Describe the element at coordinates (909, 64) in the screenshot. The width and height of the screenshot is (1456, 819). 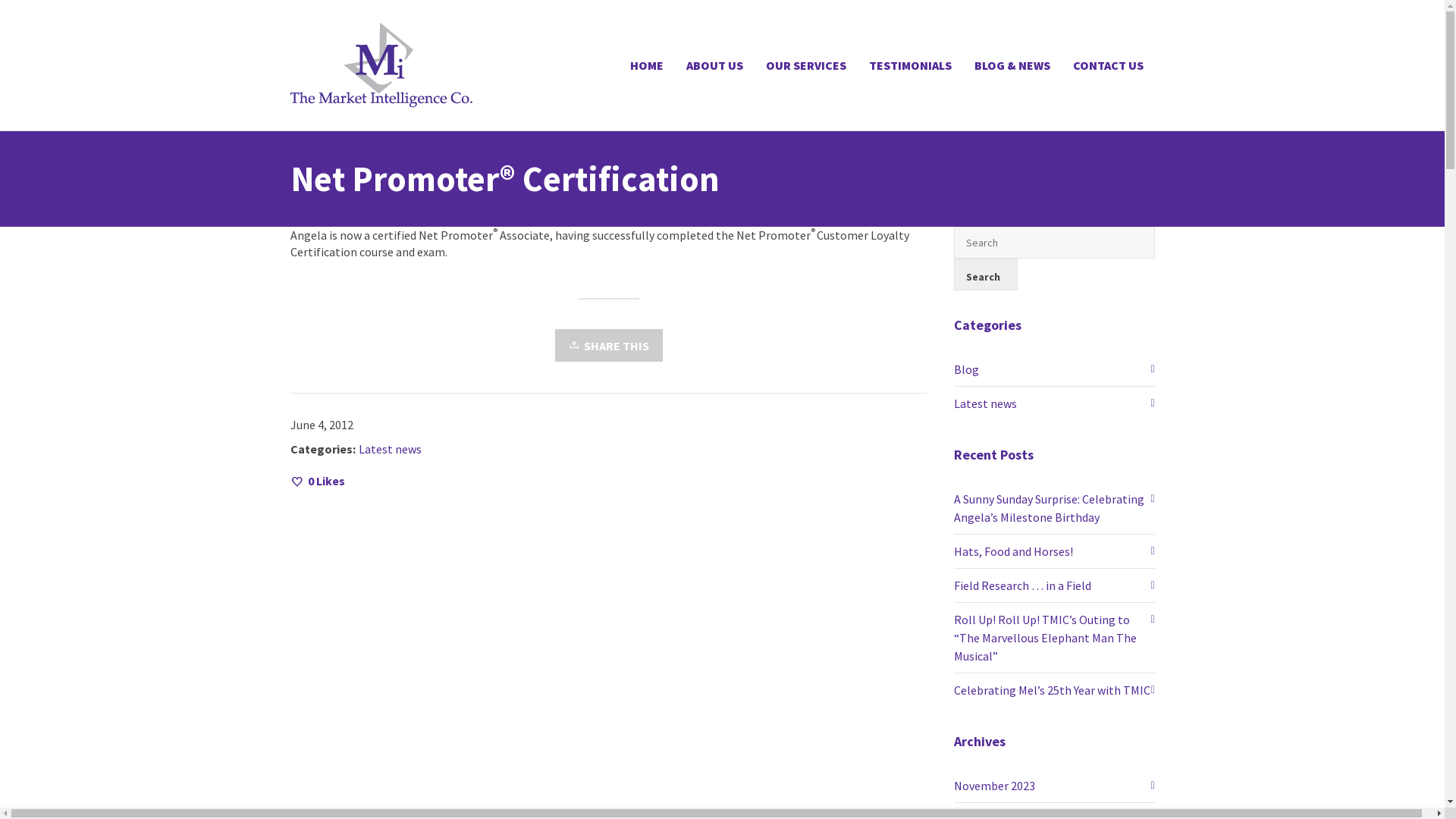
I see `'TESTIMONIALS'` at that location.